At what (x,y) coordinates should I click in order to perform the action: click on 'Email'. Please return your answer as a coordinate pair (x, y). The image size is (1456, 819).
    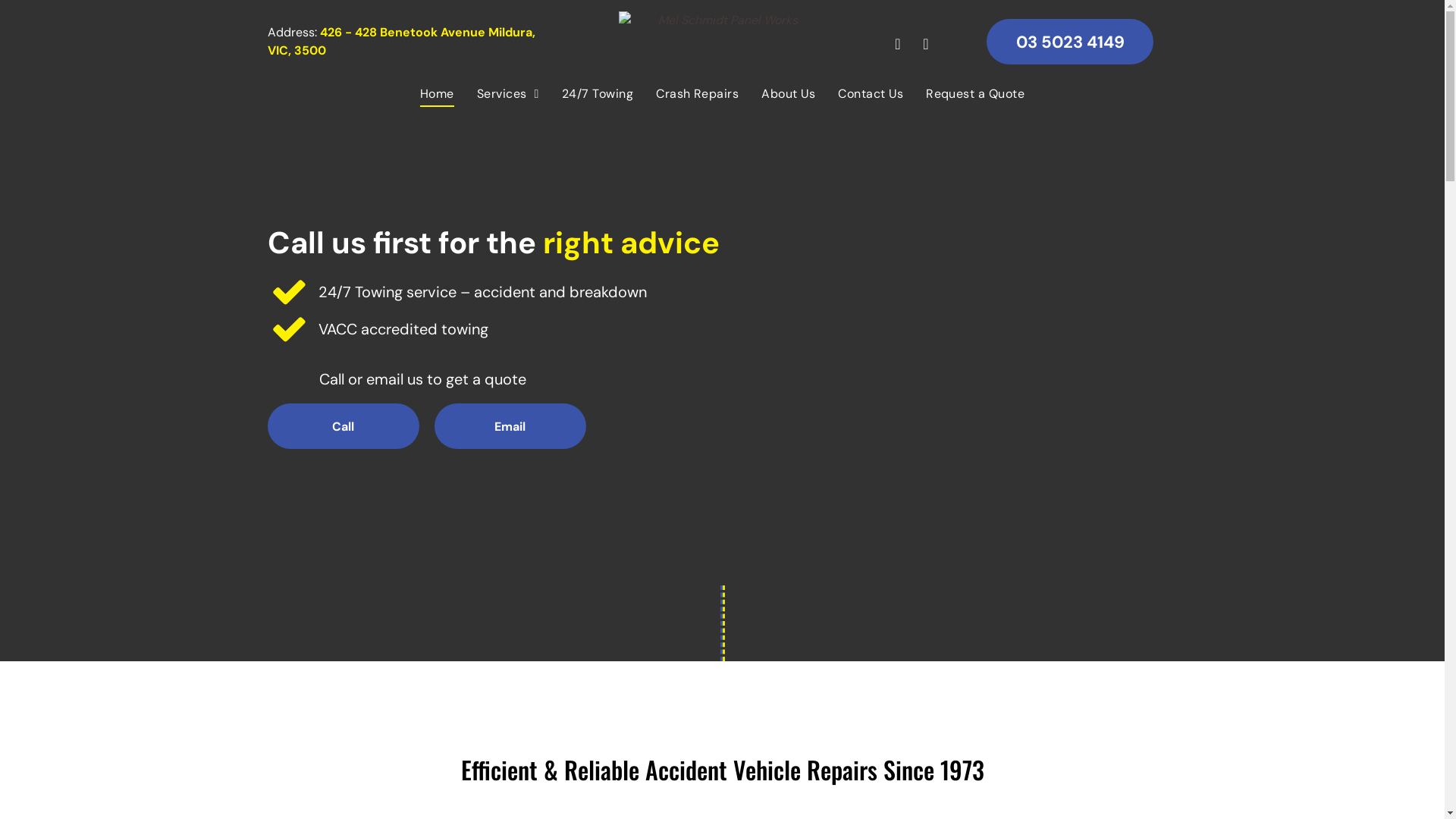
    Looking at the image, I should click on (510, 426).